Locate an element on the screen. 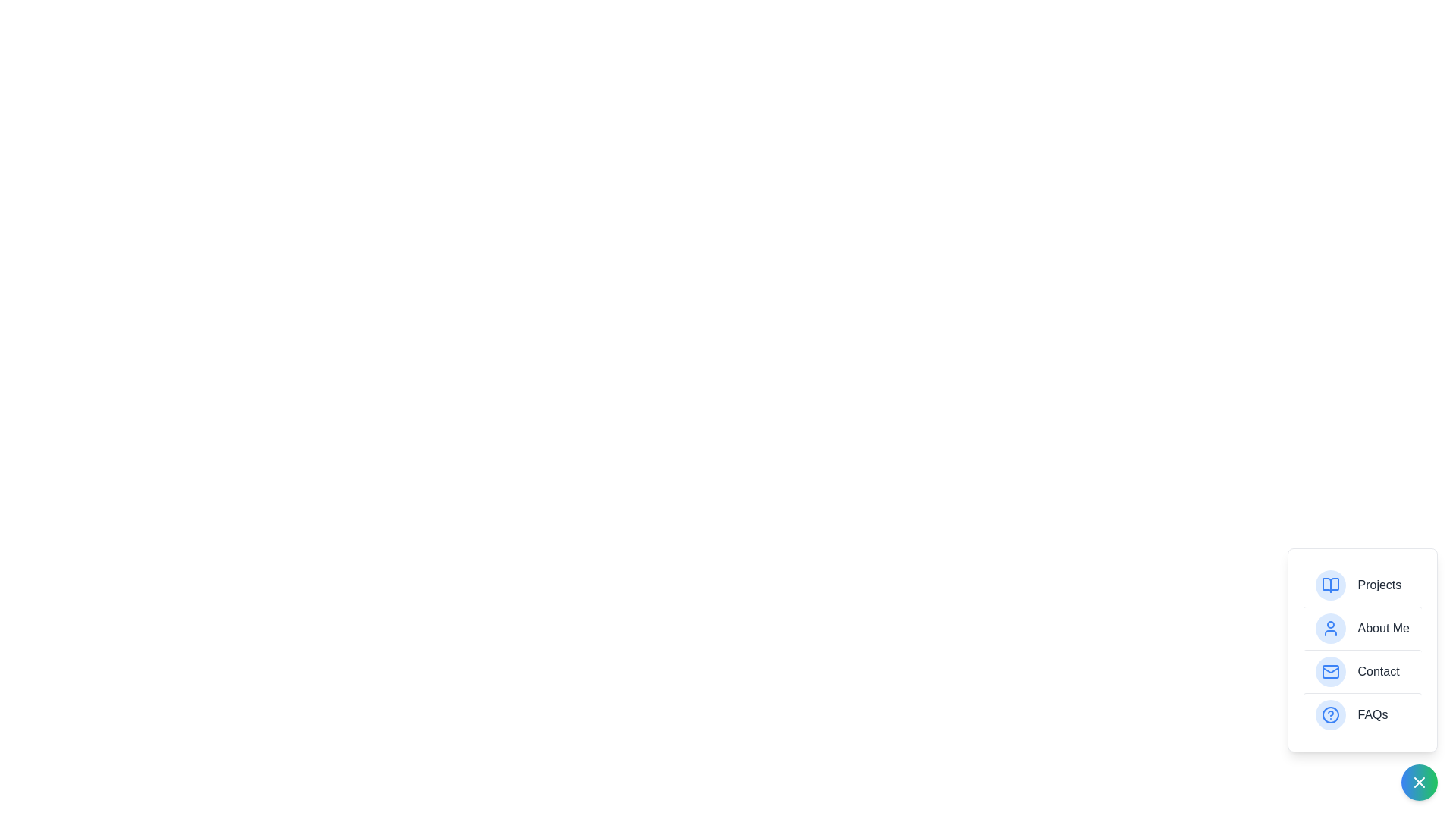 The height and width of the screenshot is (819, 1456). the menu item labeled FAQs to select it is located at coordinates (1362, 714).